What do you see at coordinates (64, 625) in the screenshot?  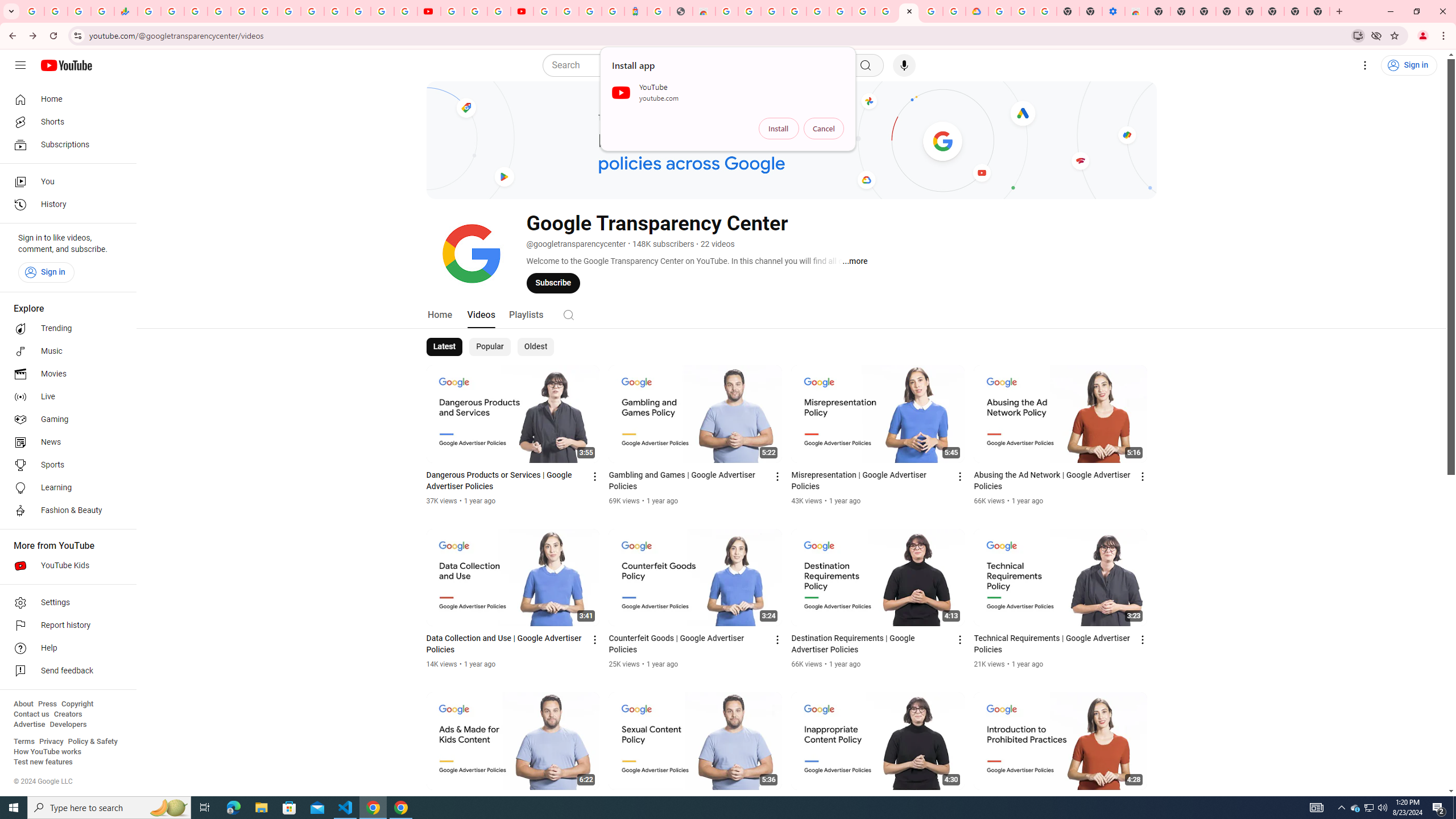 I see `'Report history'` at bounding box center [64, 625].